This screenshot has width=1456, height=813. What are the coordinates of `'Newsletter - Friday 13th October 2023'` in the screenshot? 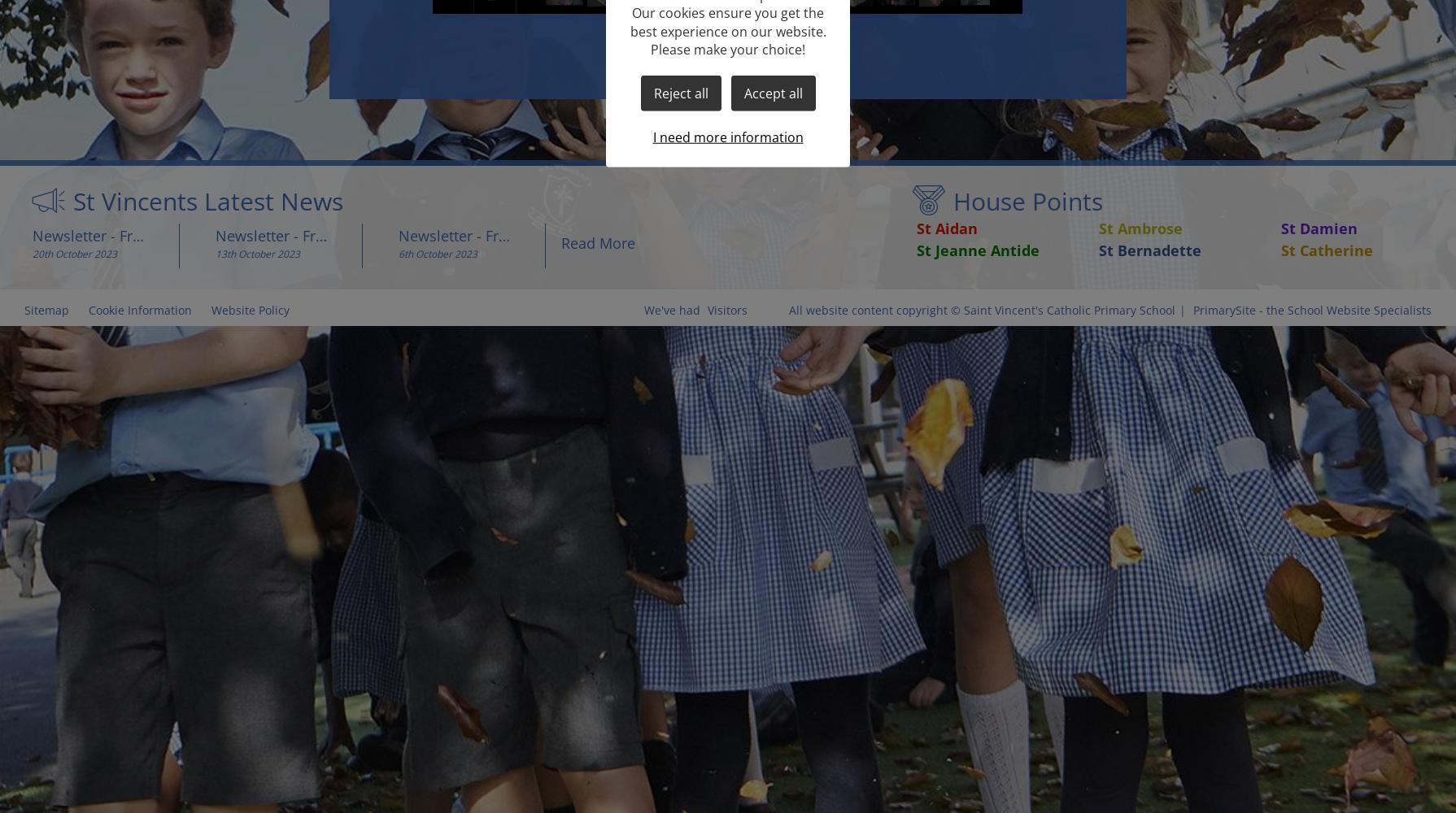 It's located at (345, 235).